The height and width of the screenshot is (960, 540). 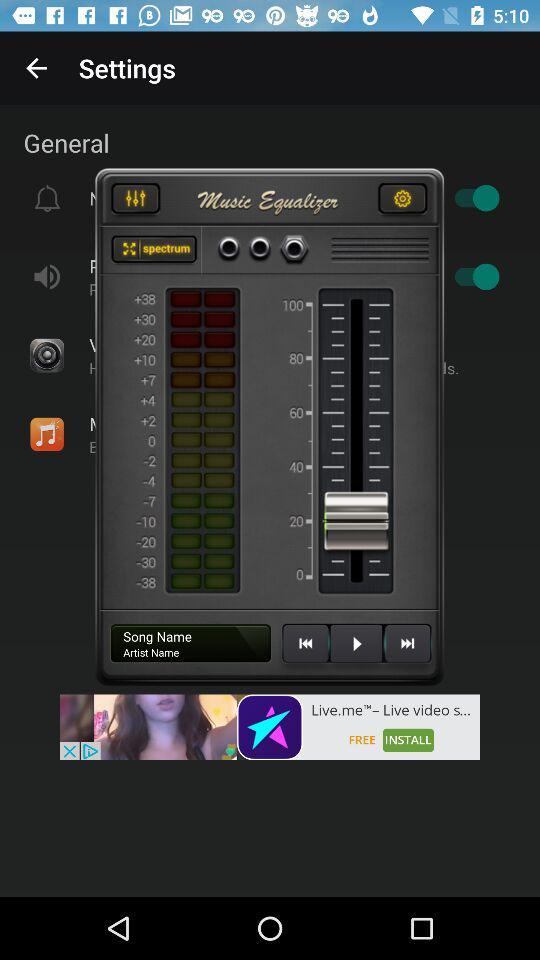 What do you see at coordinates (306, 650) in the screenshot?
I see `the av_rewind icon` at bounding box center [306, 650].